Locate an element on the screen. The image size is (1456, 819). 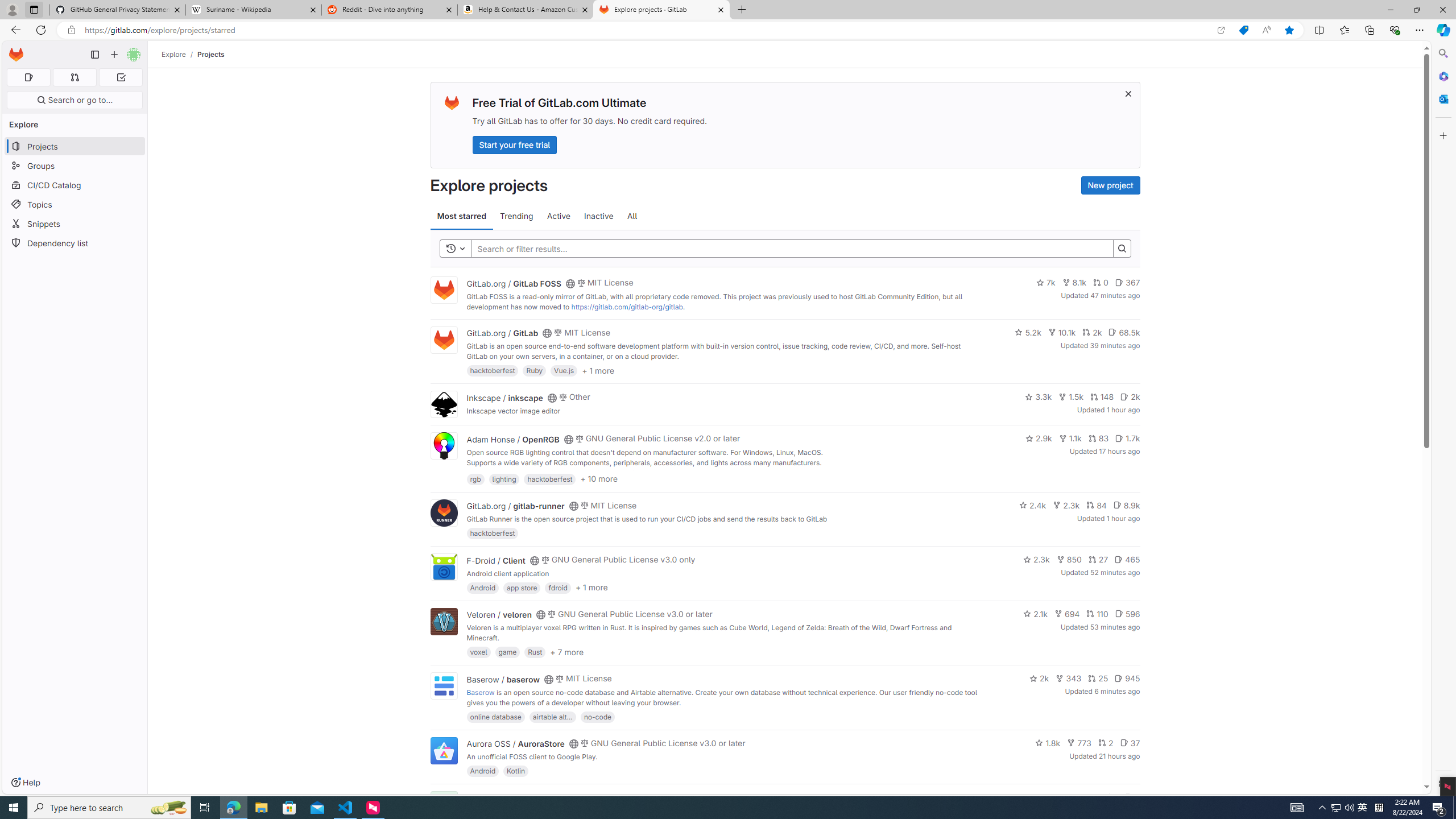
'F-Droid / Client' is located at coordinates (495, 560).